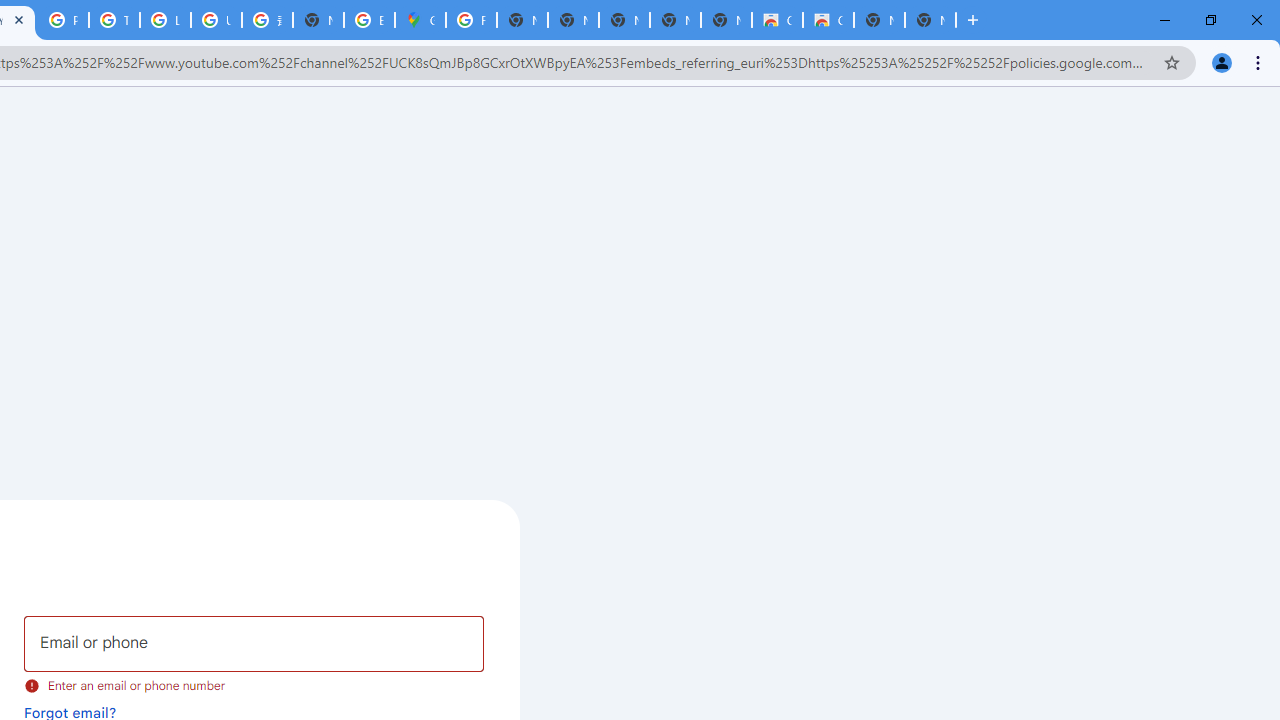  Describe the element at coordinates (828, 20) in the screenshot. I see `'Classic Blue - Chrome Web Store'` at that location.